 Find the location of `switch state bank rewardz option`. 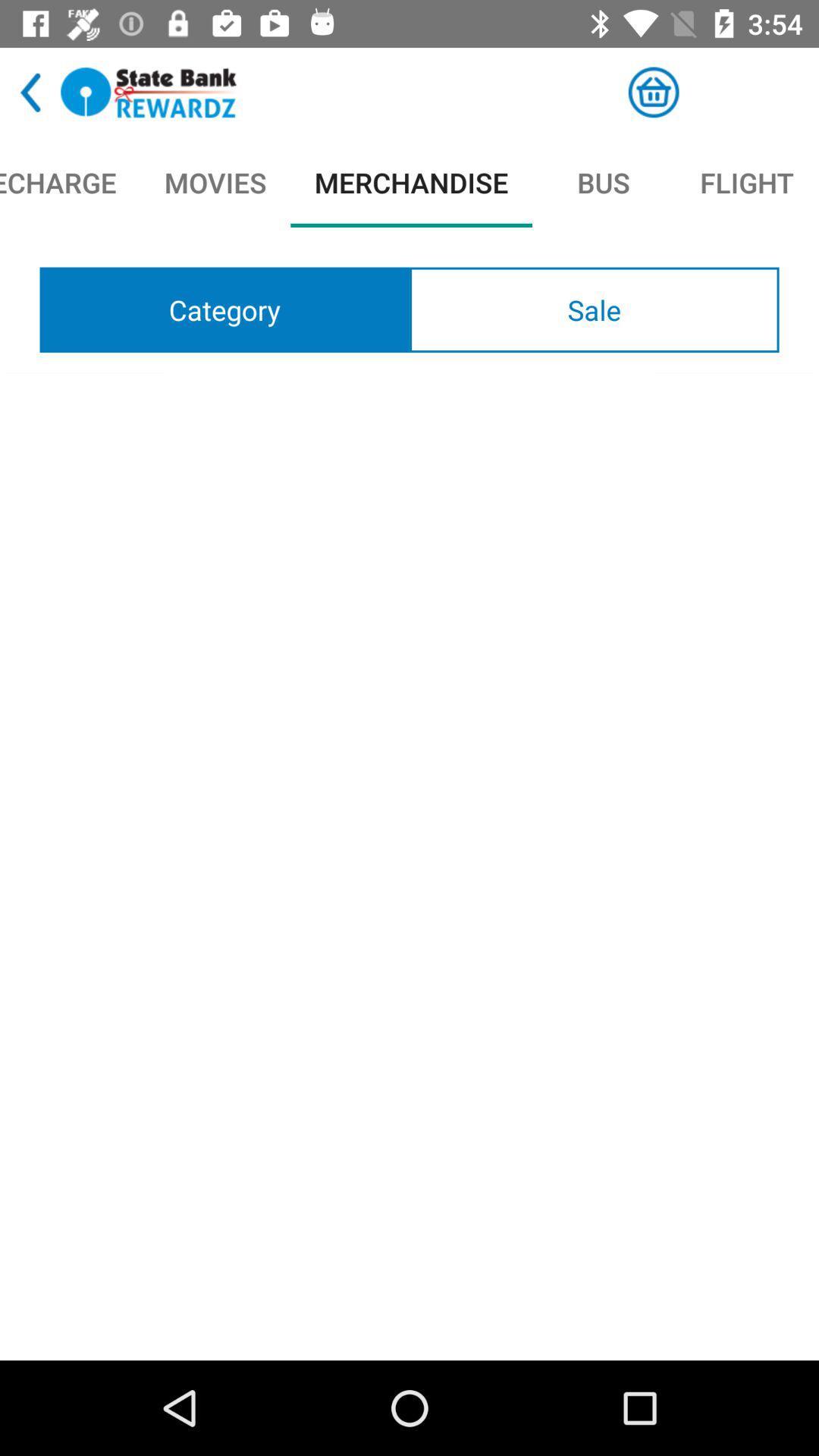

switch state bank rewardz option is located at coordinates (149, 92).